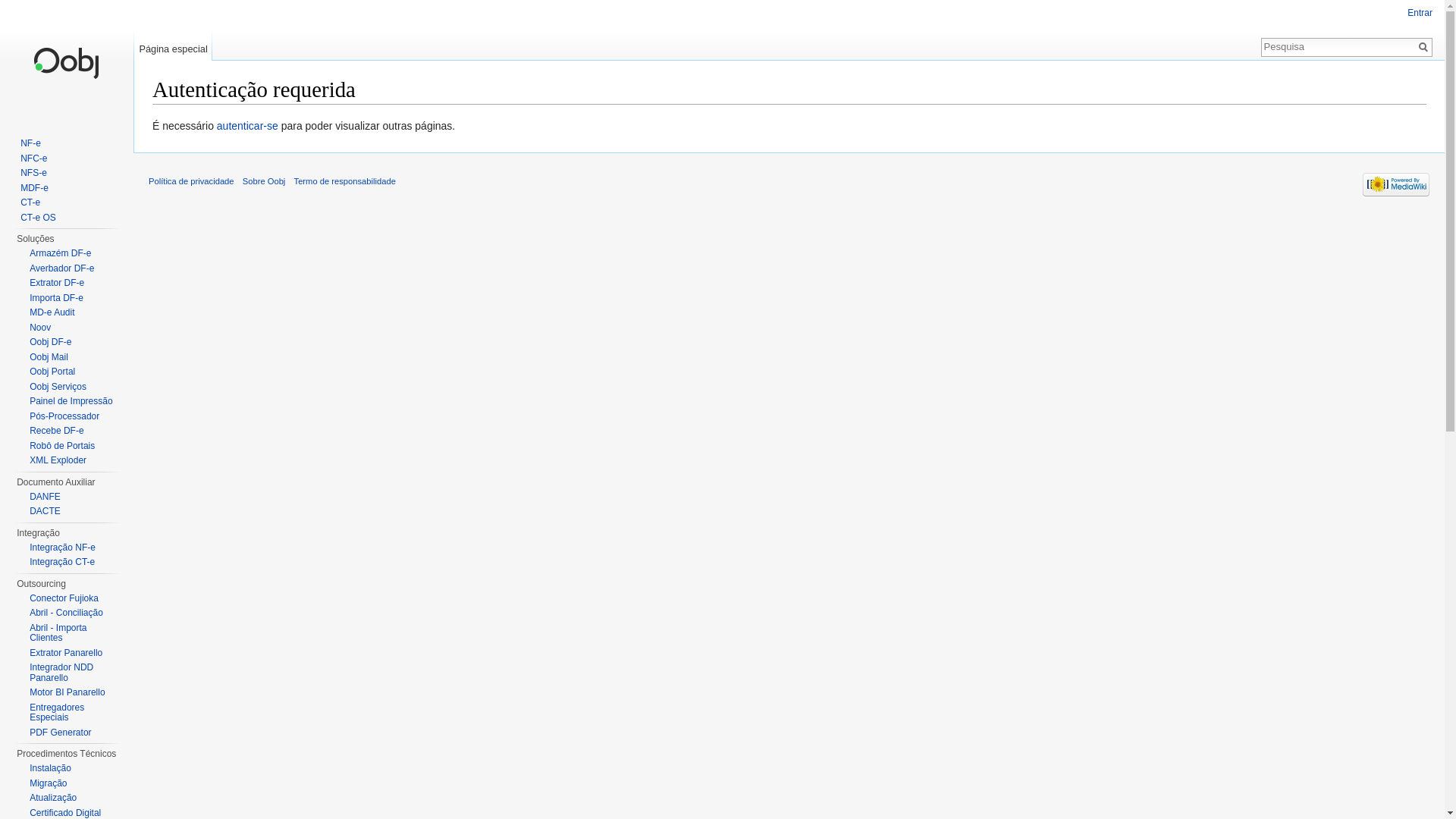  What do you see at coordinates (64, 811) in the screenshot?
I see `'Certificado Digital'` at bounding box center [64, 811].